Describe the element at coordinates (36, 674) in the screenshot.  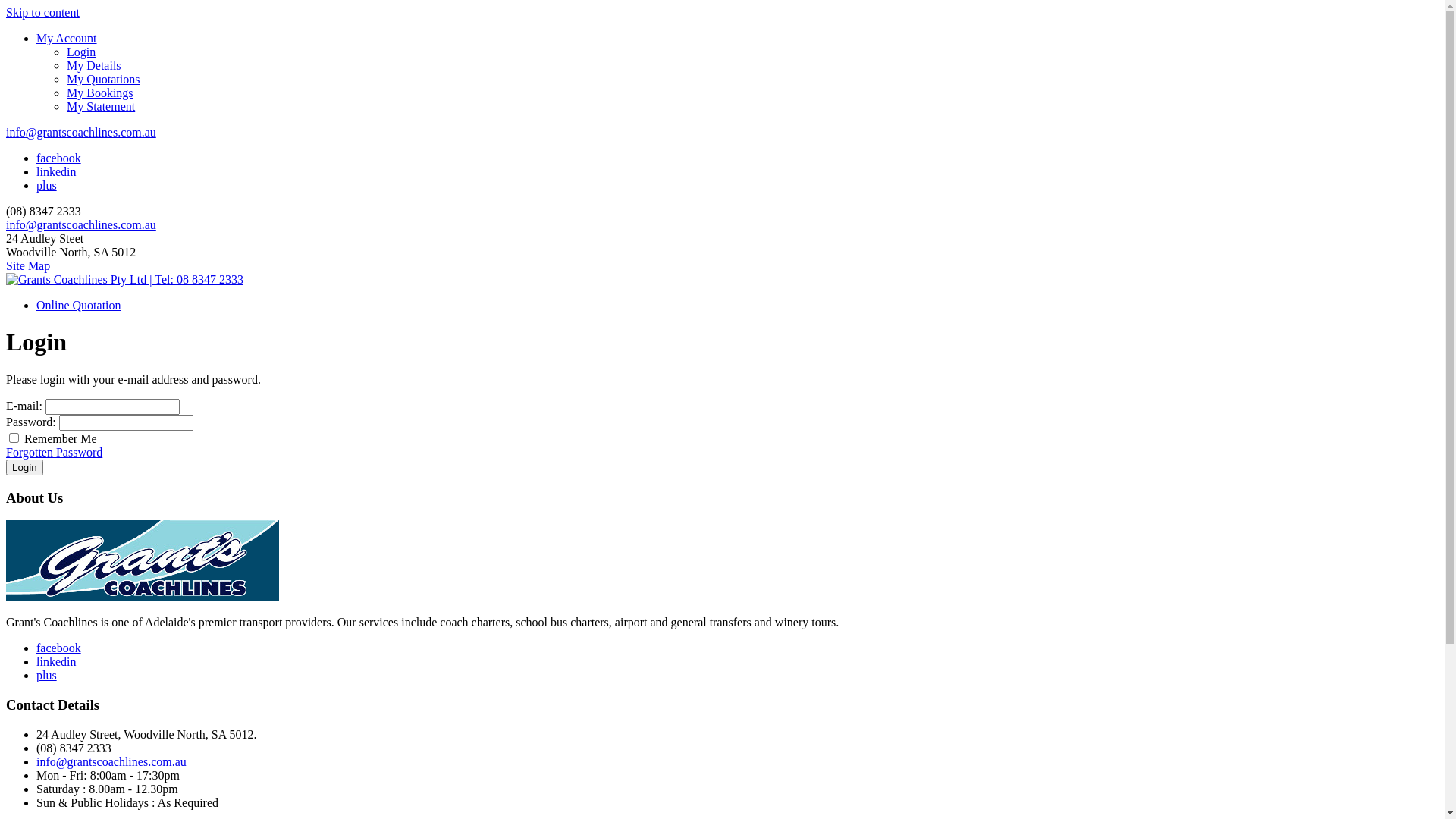
I see `'plus'` at that location.